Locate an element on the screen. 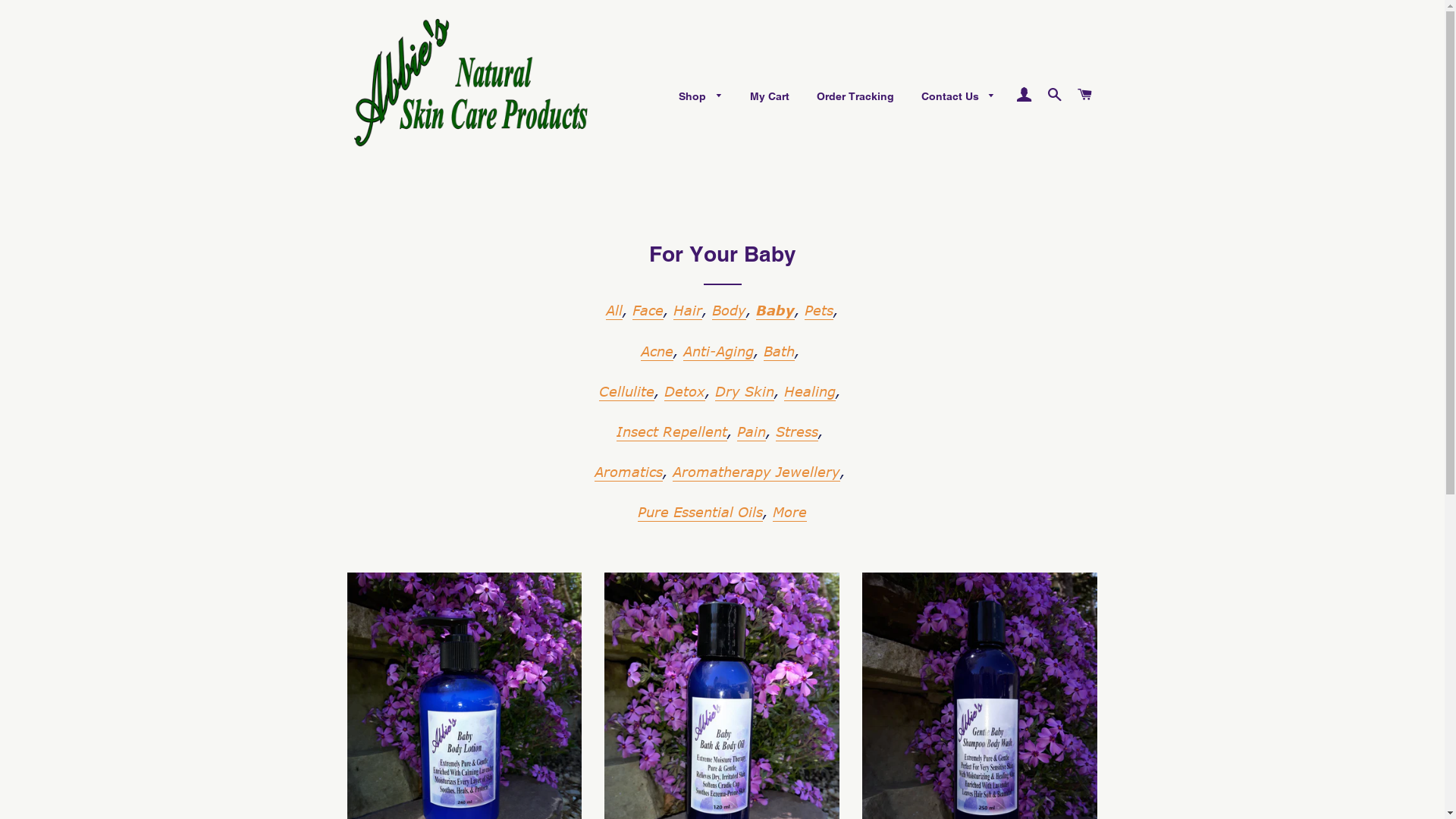 The height and width of the screenshot is (819, 1456). 'Baby' is located at coordinates (775, 309).